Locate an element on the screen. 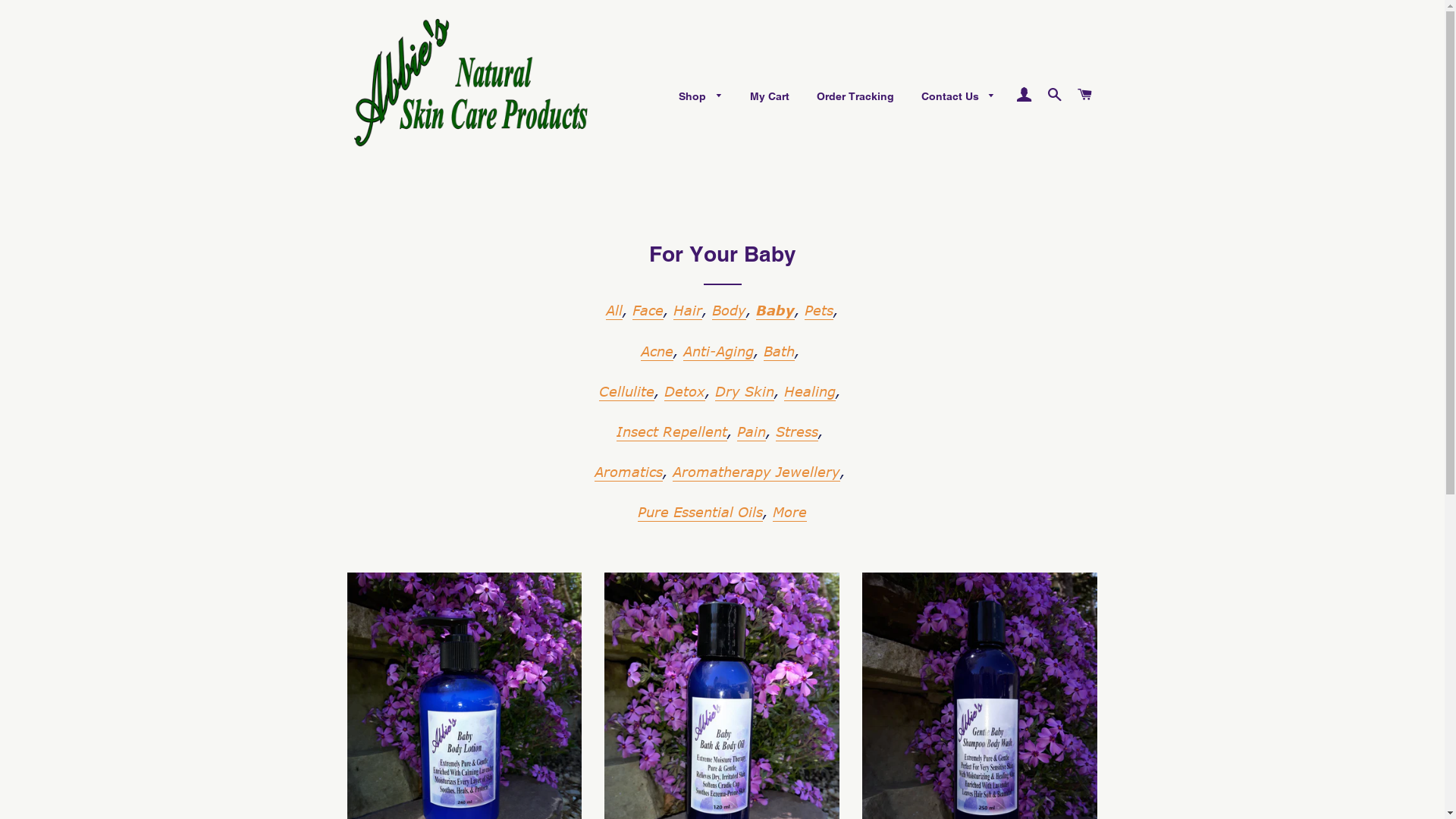 The height and width of the screenshot is (819, 1456). 'Baby' is located at coordinates (775, 309).